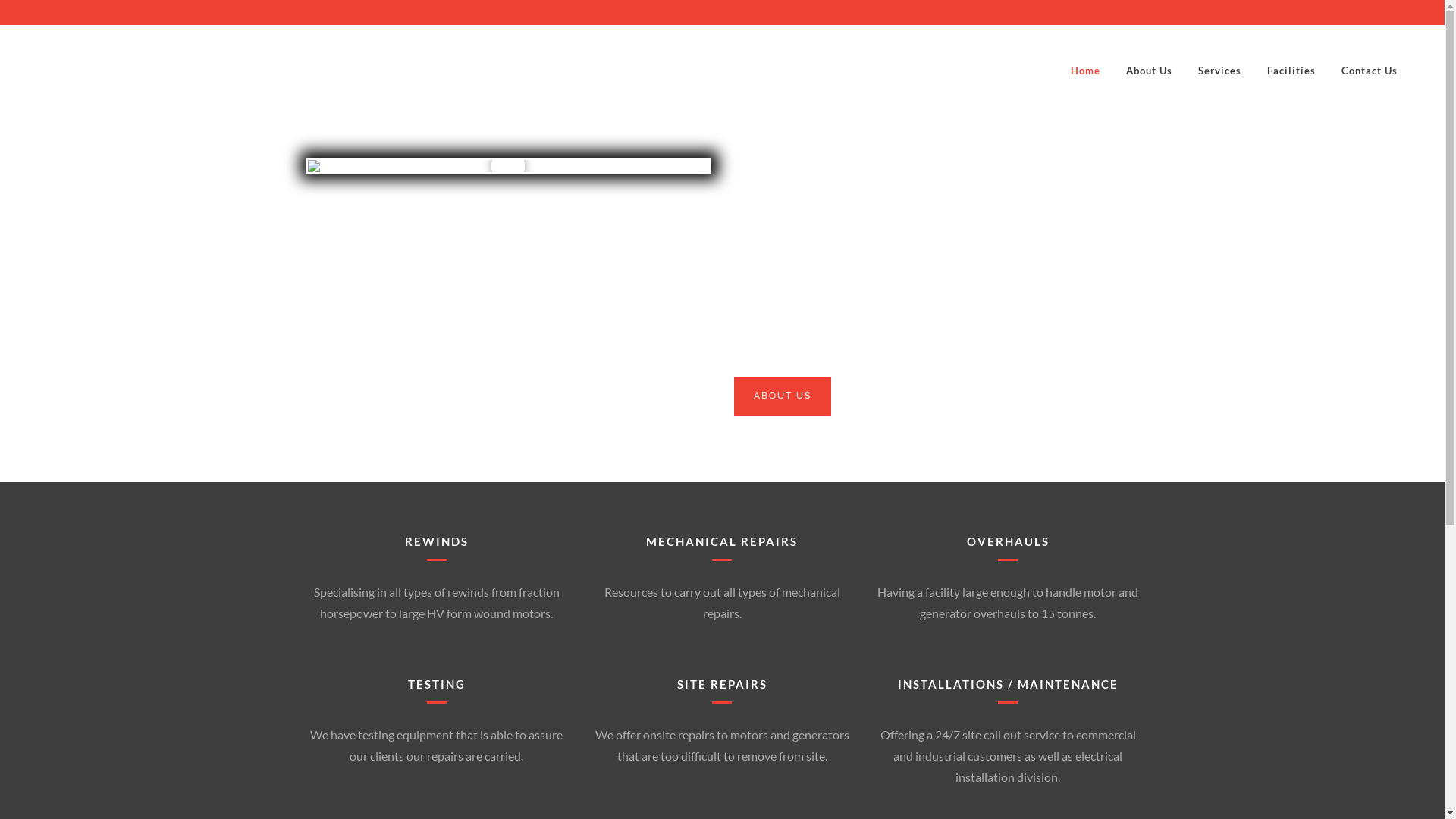 The height and width of the screenshot is (819, 1456). What do you see at coordinates (1149, 70) in the screenshot?
I see `'About Us'` at bounding box center [1149, 70].